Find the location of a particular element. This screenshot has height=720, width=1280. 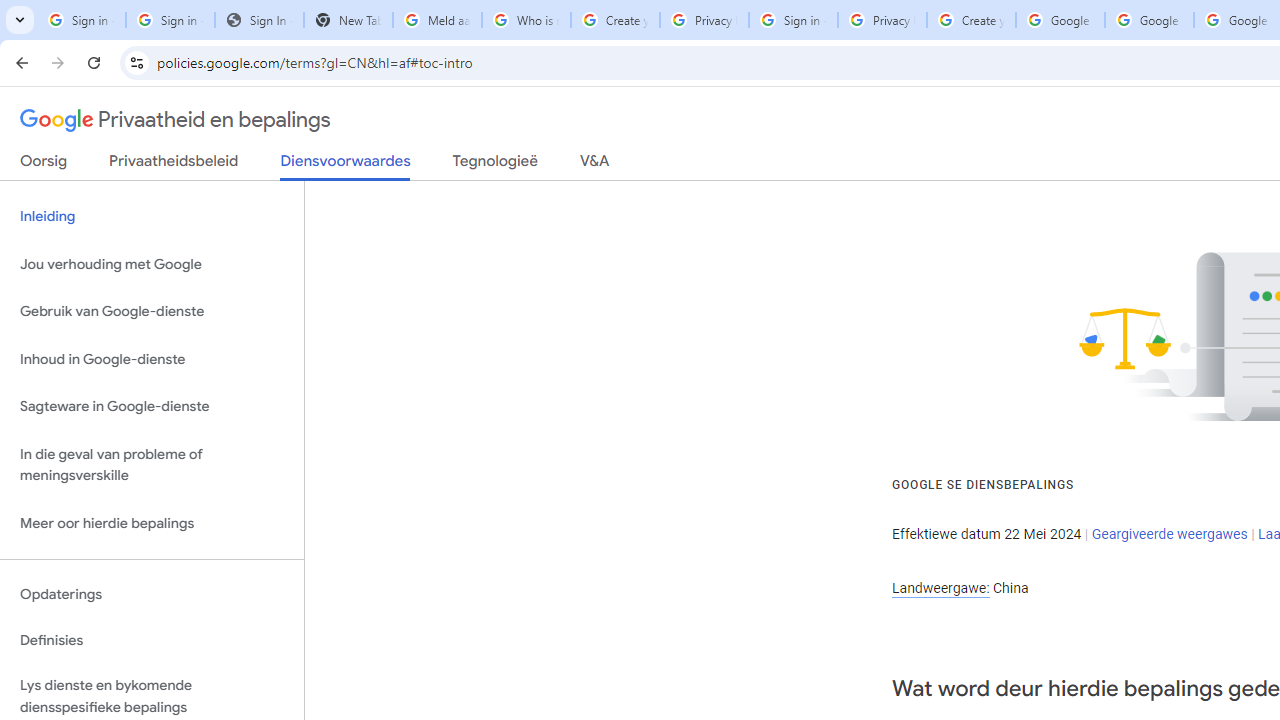

'Opdaterings' is located at coordinates (151, 593).